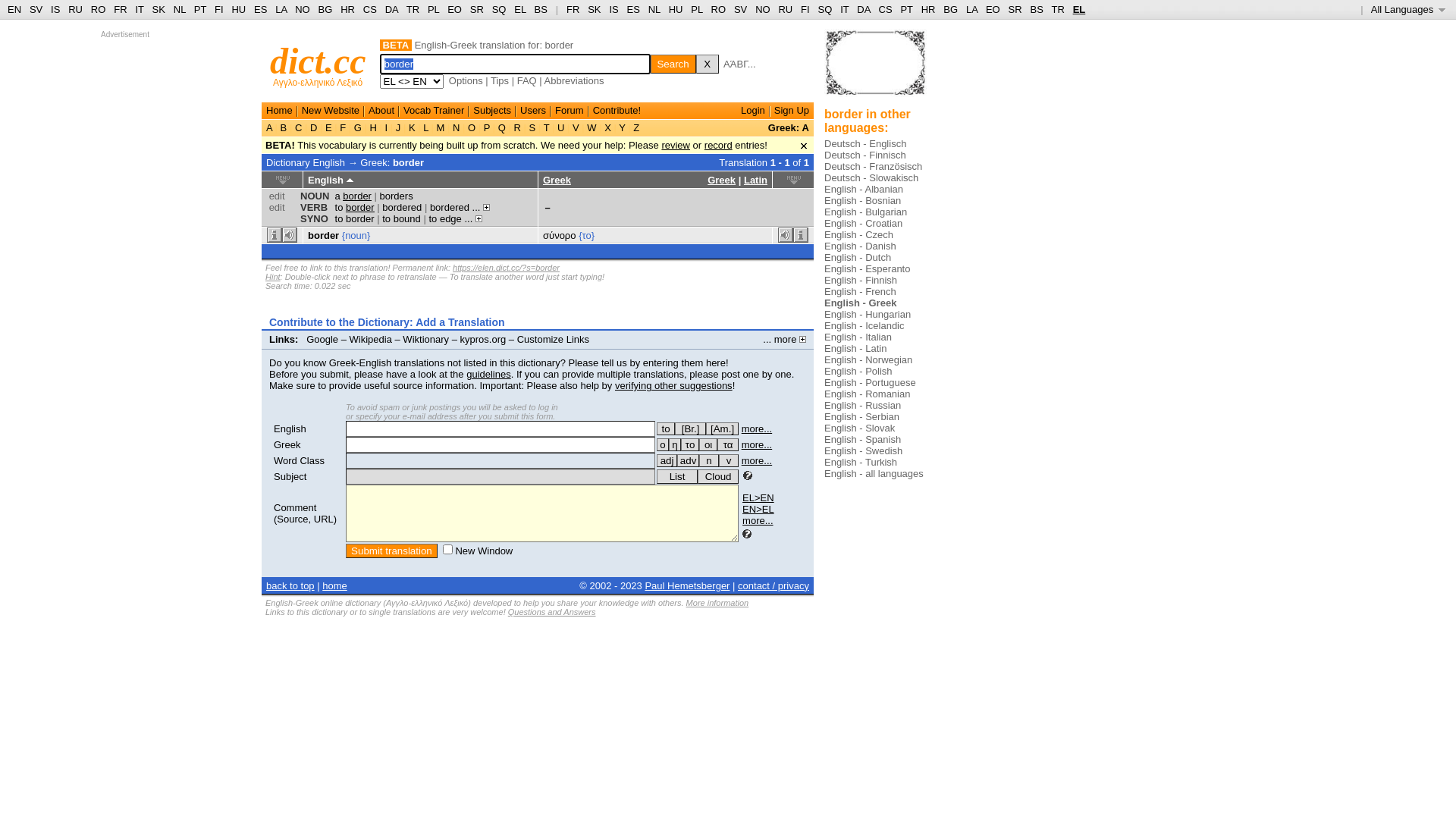 The width and height of the screenshot is (1456, 819). Describe the element at coordinates (720, 179) in the screenshot. I see `'Greek'` at that location.